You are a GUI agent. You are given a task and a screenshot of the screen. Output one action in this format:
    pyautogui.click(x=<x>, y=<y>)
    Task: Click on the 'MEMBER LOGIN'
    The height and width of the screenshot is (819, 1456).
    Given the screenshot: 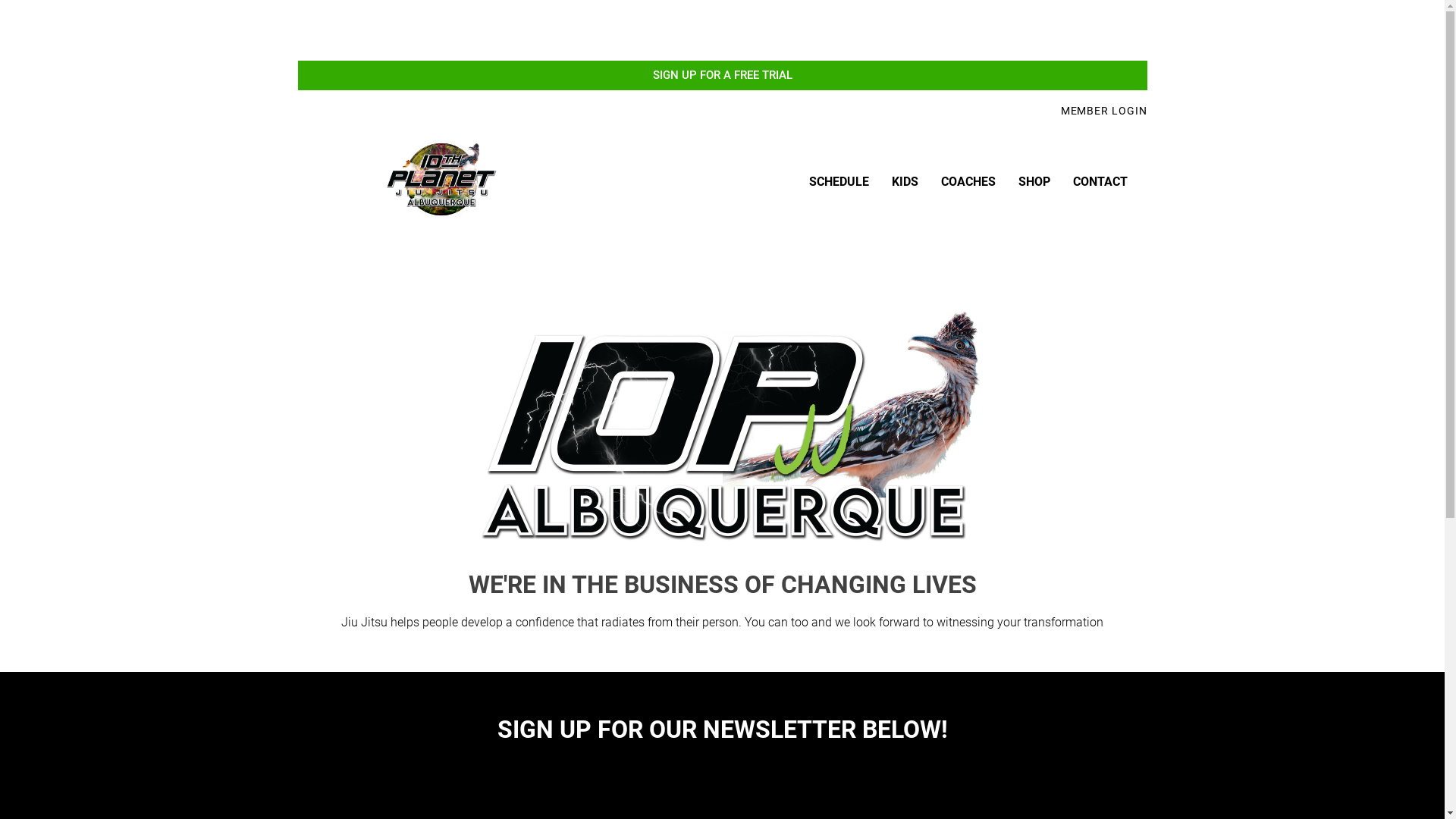 What is the action you would take?
    pyautogui.click(x=1059, y=110)
    